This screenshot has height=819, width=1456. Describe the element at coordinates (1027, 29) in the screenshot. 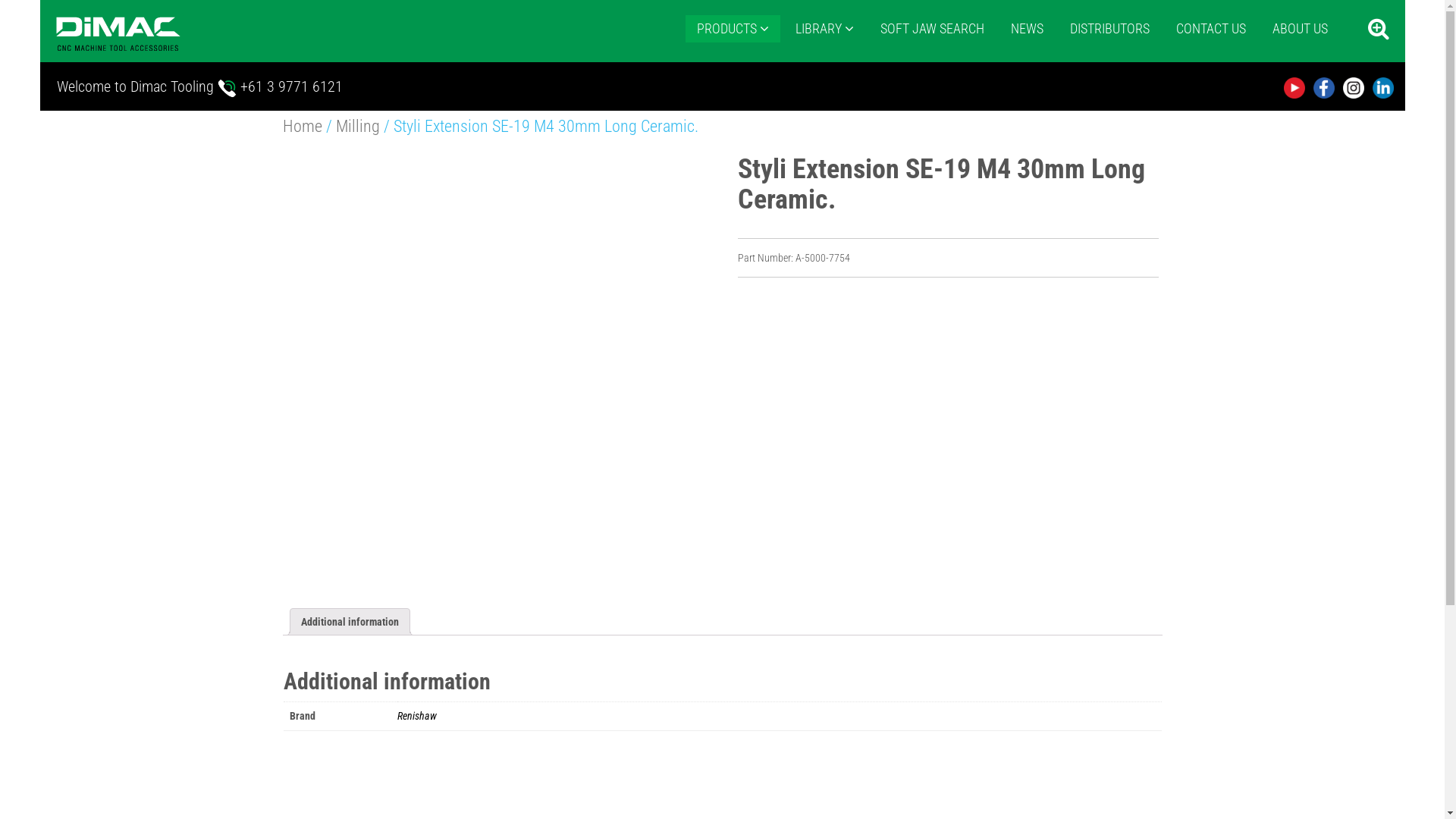

I see `'NEWS'` at that location.